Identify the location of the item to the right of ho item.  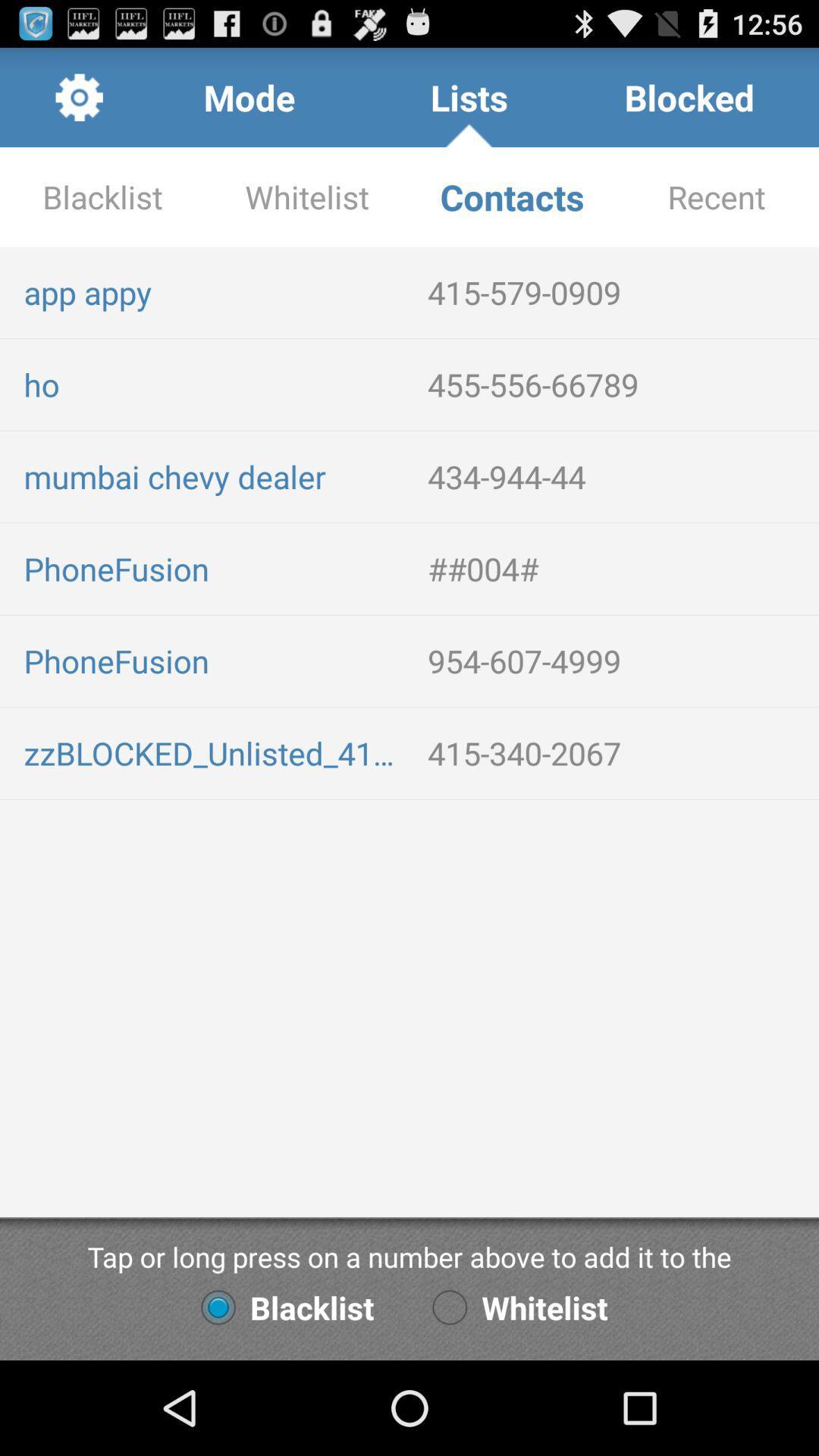
(617, 384).